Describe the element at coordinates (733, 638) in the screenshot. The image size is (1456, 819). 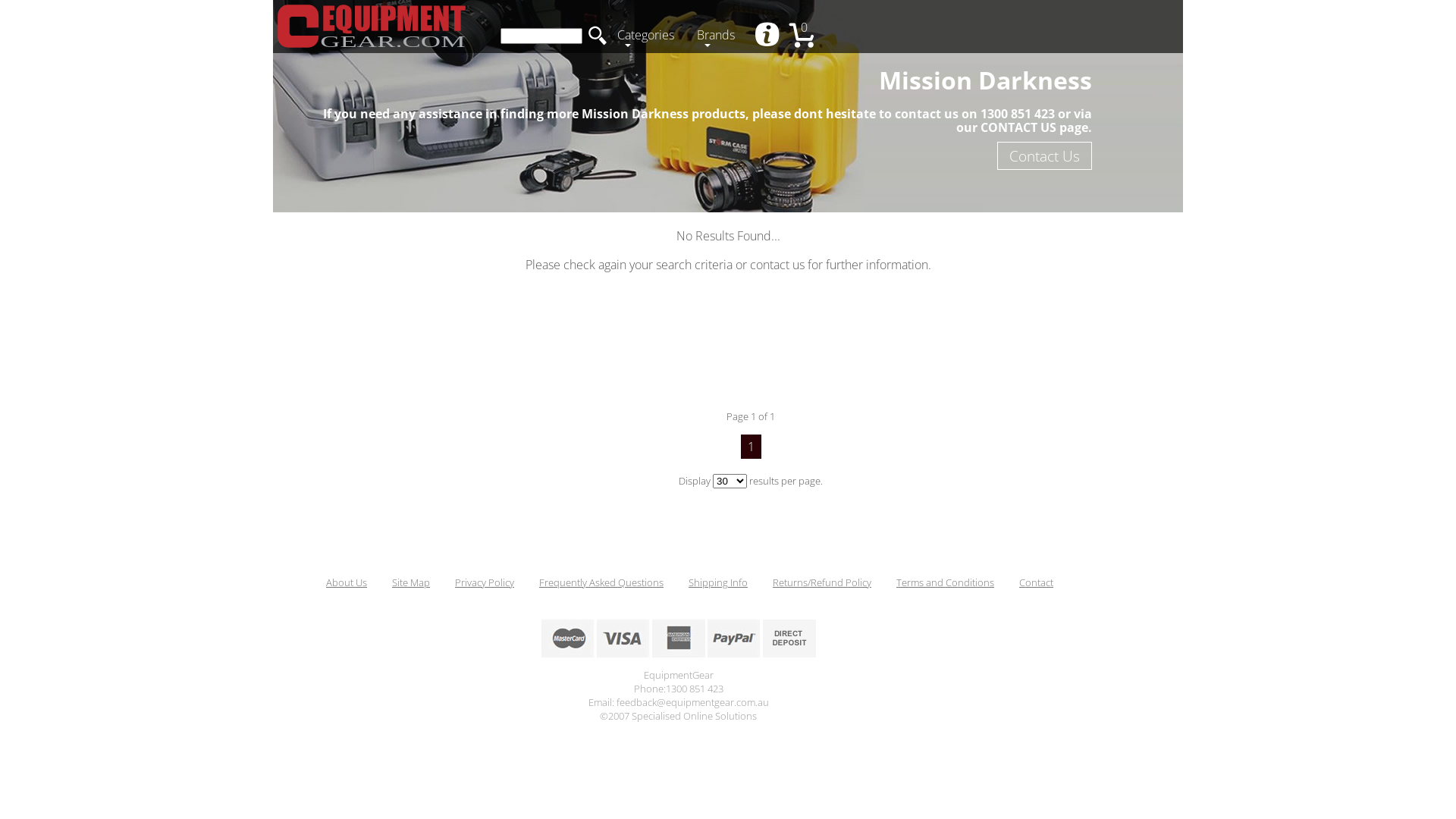
I see `'Paypal Accepted'` at that location.